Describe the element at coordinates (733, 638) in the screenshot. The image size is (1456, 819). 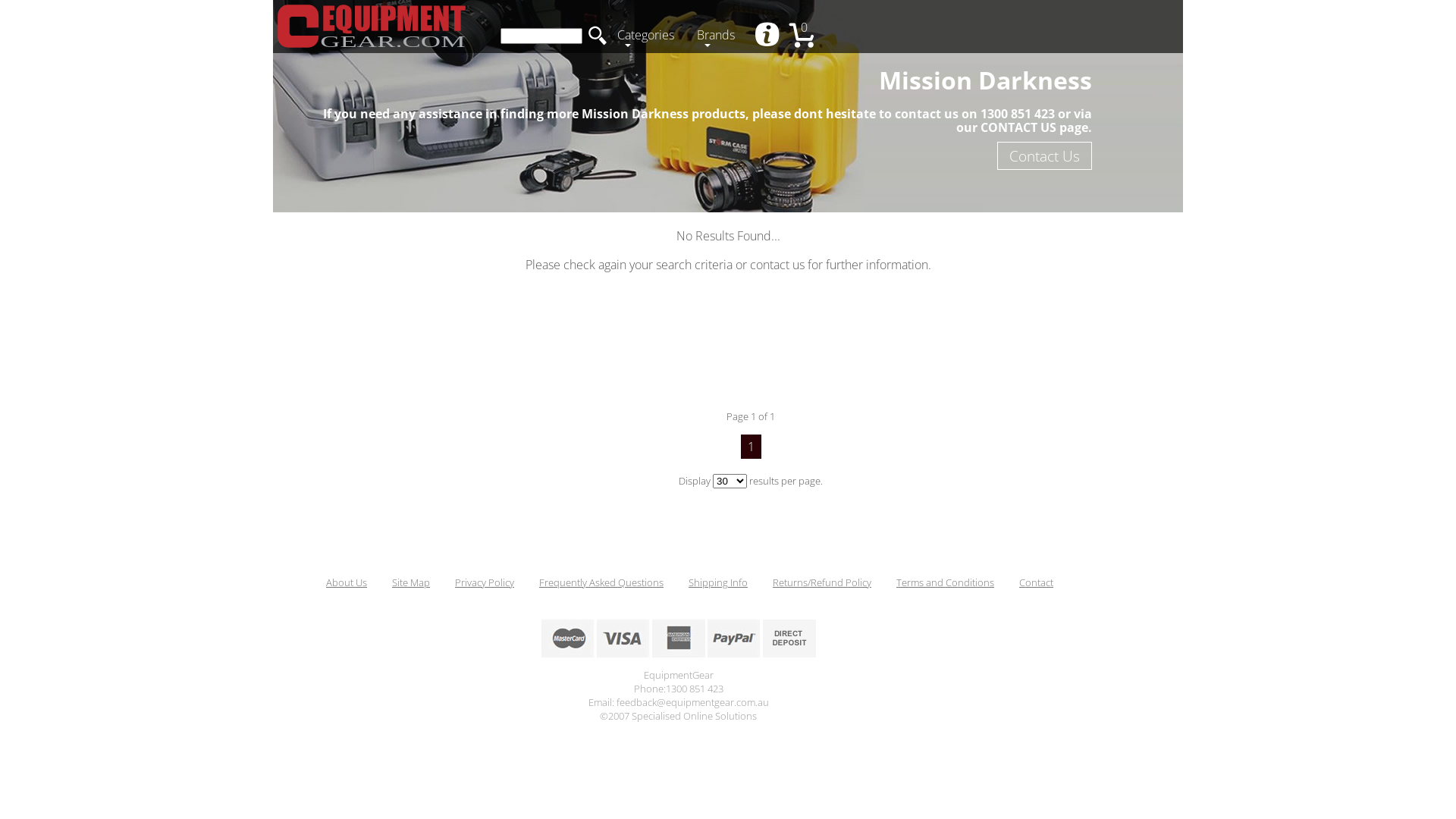
I see `'Paypal Accepted'` at that location.